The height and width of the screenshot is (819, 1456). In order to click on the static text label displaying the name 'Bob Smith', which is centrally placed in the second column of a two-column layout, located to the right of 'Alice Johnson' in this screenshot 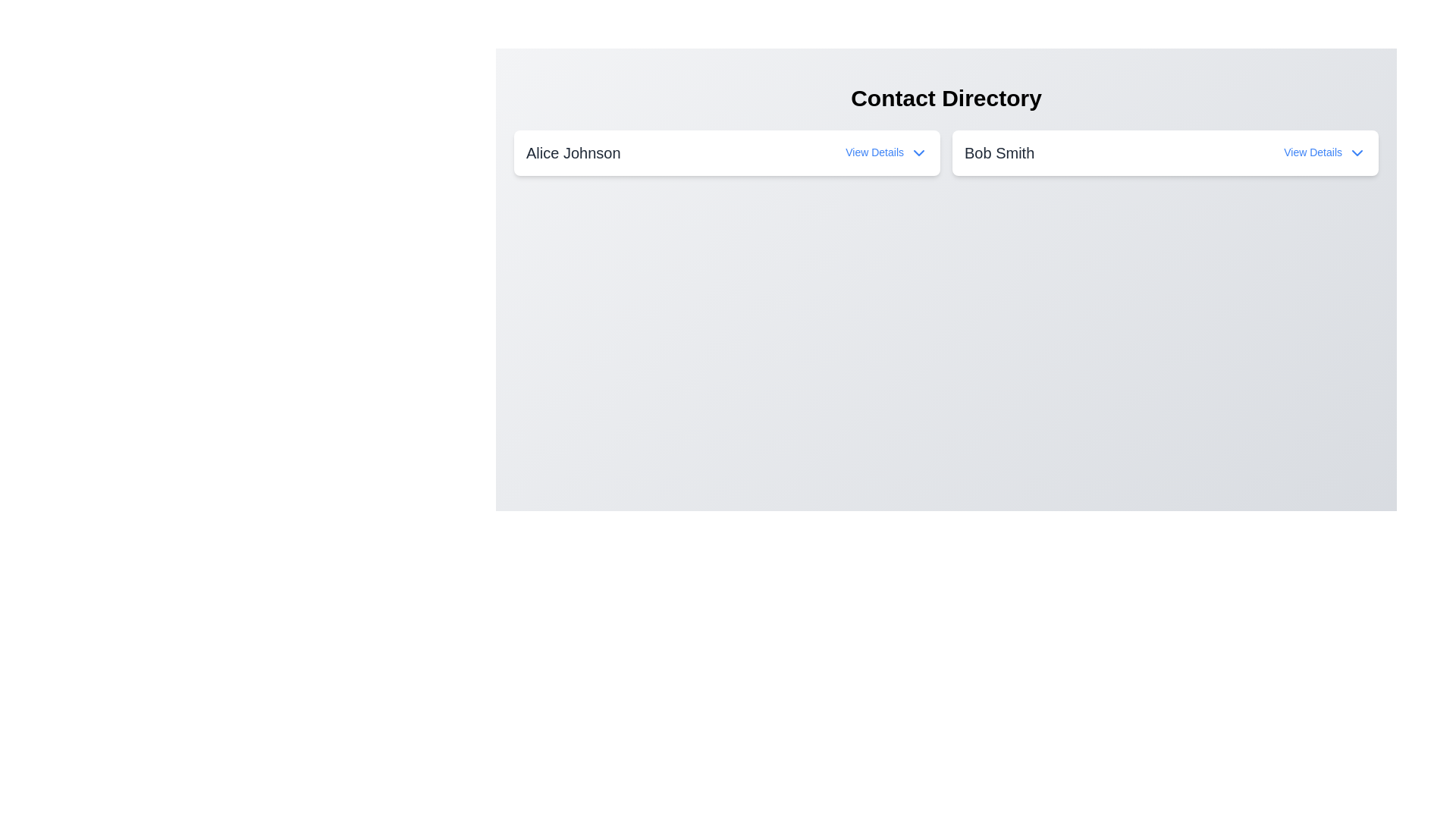, I will do `click(999, 152)`.